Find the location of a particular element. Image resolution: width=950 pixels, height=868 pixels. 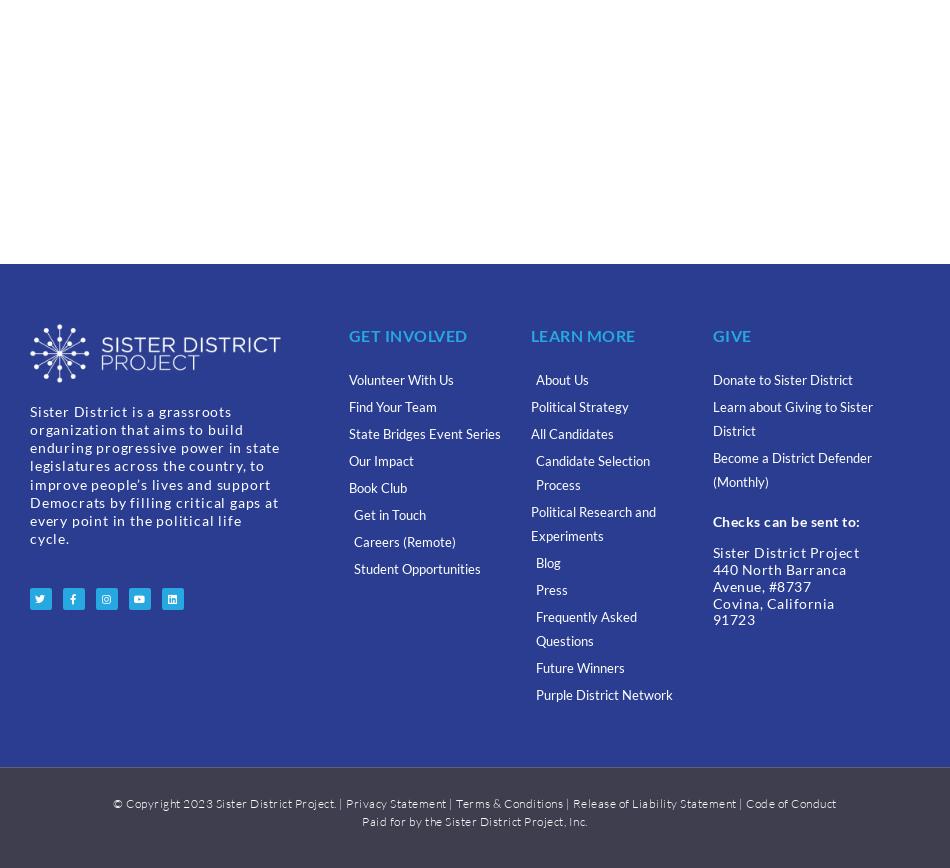

'All Candidates' is located at coordinates (530, 434).